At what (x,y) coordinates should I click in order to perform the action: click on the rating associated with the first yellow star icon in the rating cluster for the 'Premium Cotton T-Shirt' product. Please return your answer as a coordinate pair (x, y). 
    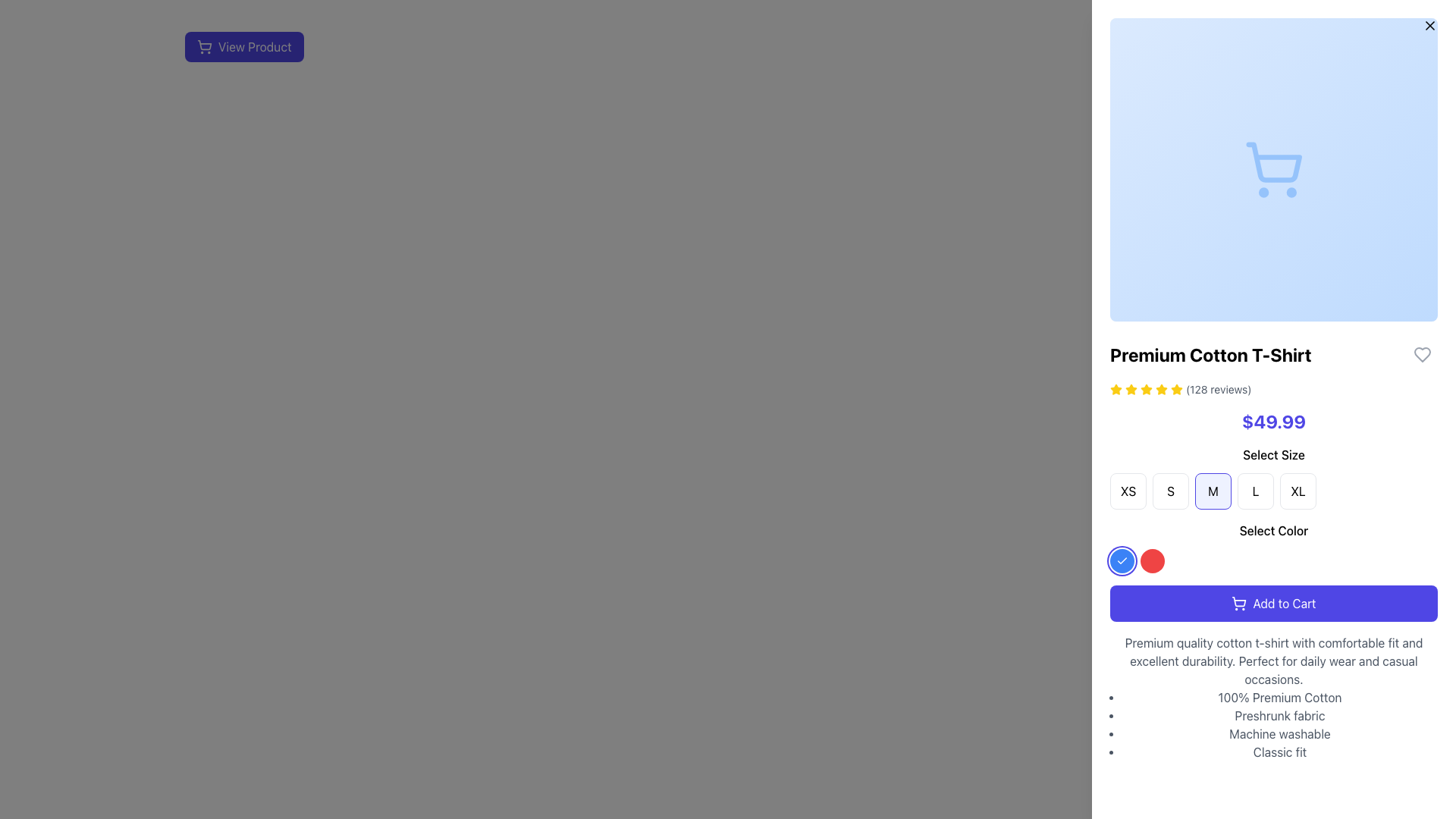
    Looking at the image, I should click on (1175, 388).